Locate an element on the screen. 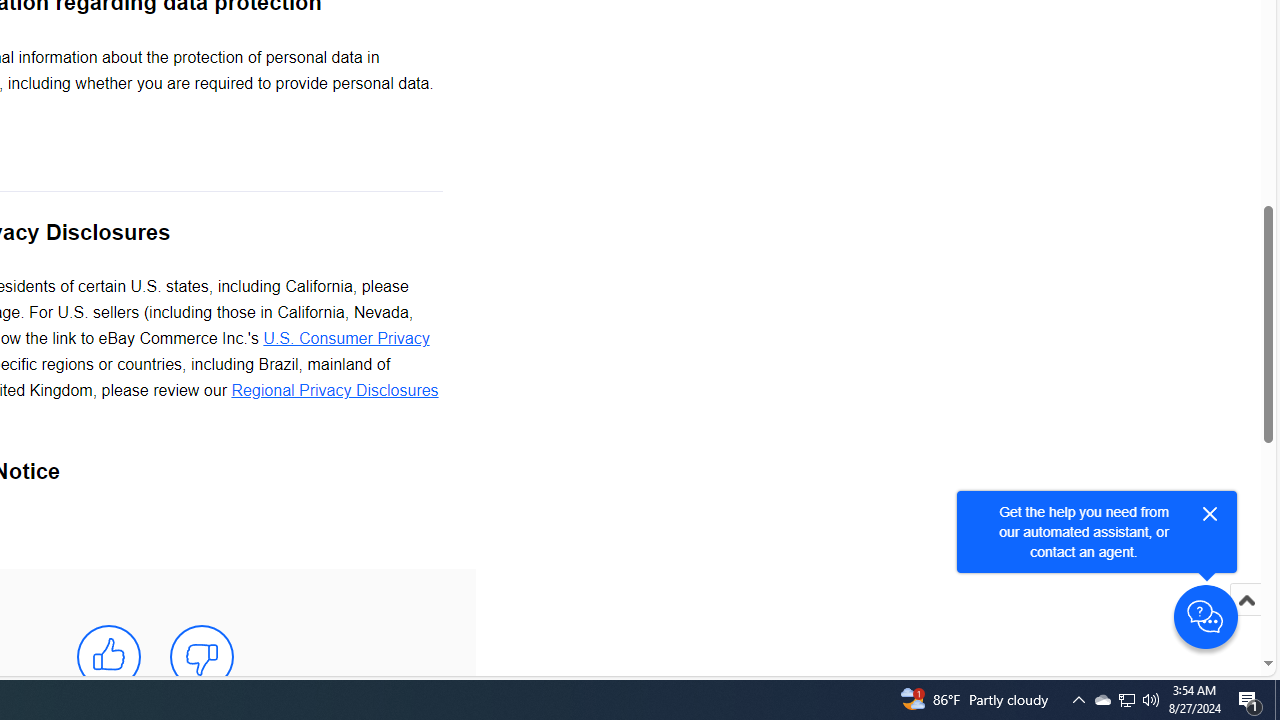 Image resolution: width=1280 pixels, height=720 pixels. 'mark this article helpful' is located at coordinates (107, 657).